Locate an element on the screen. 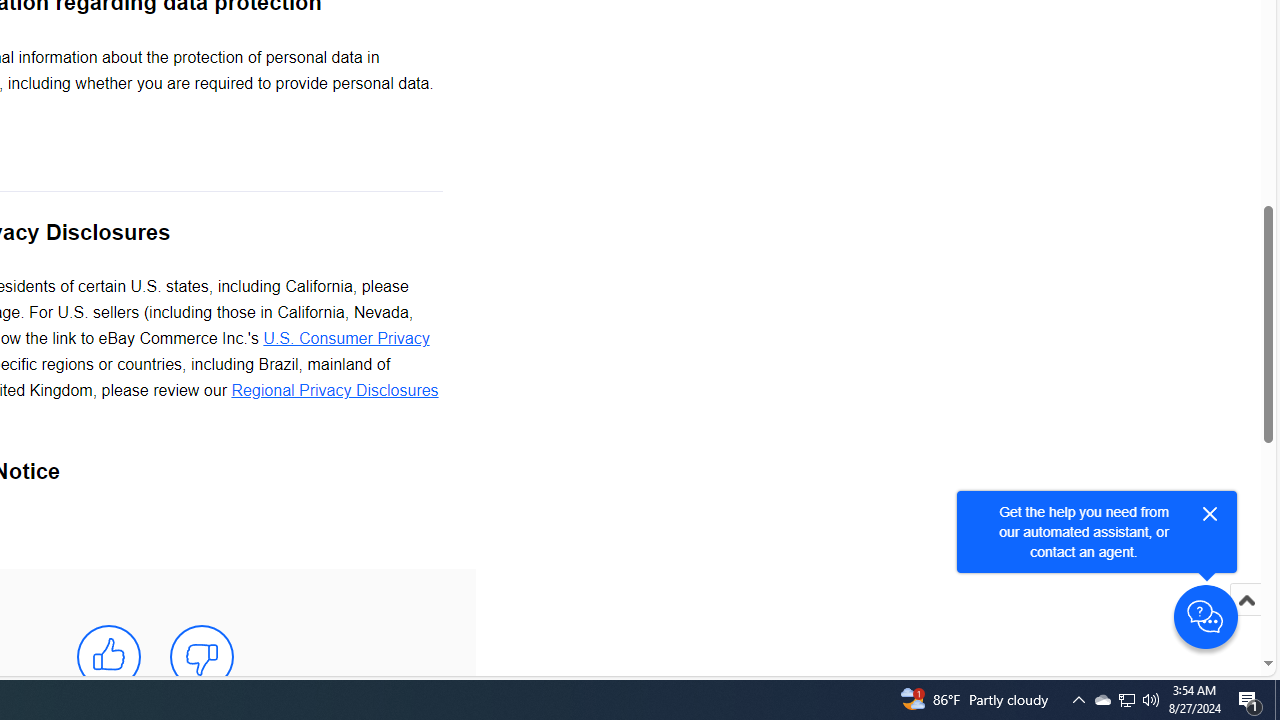 Image resolution: width=1280 pixels, height=720 pixels. 'mark this article helpful' is located at coordinates (107, 657).